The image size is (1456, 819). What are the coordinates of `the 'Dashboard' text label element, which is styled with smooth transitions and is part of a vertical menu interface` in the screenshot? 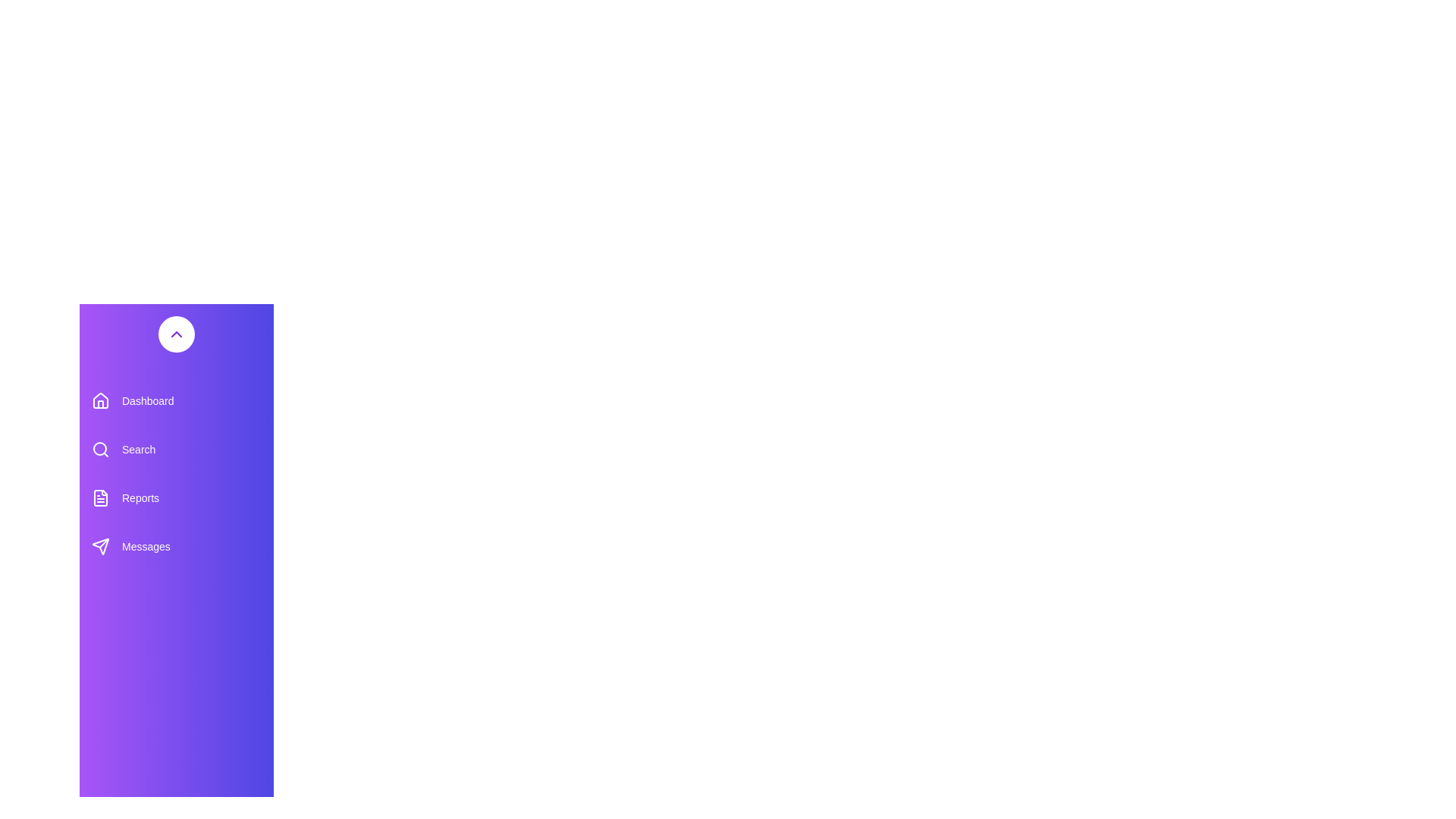 It's located at (148, 400).